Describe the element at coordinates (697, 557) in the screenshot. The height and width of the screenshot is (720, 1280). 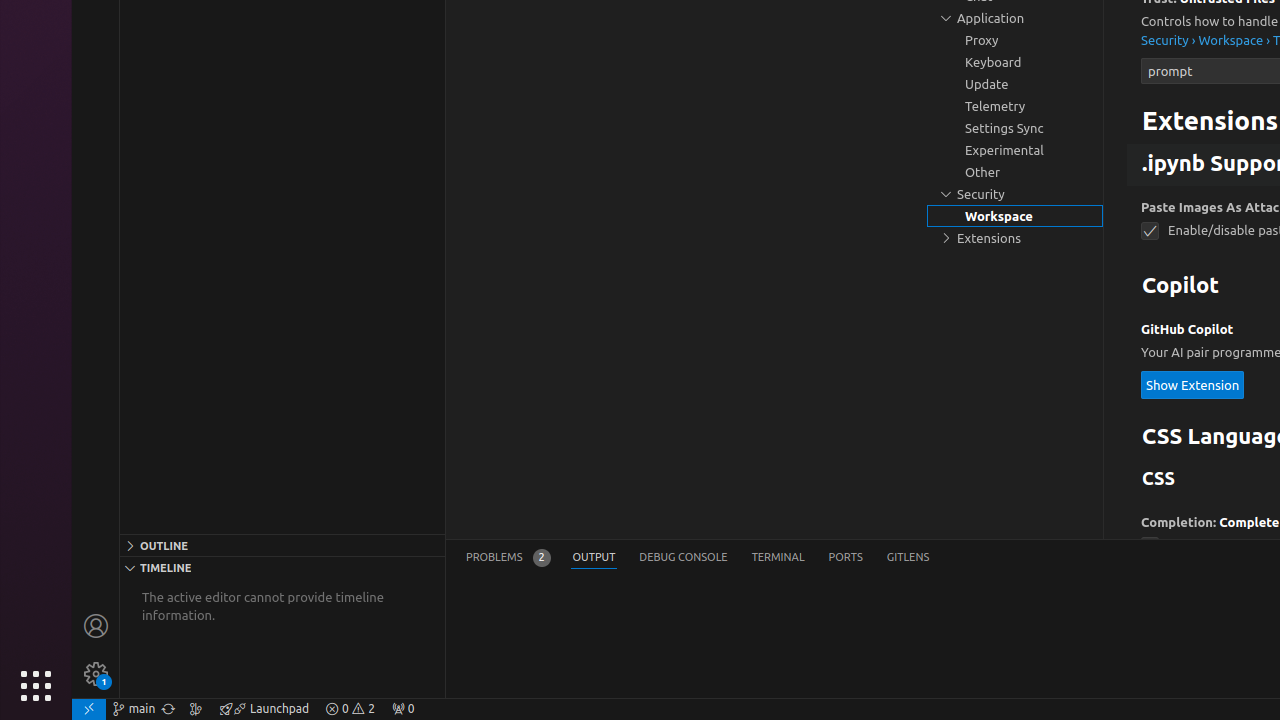
I see `'Active View Switcher'` at that location.